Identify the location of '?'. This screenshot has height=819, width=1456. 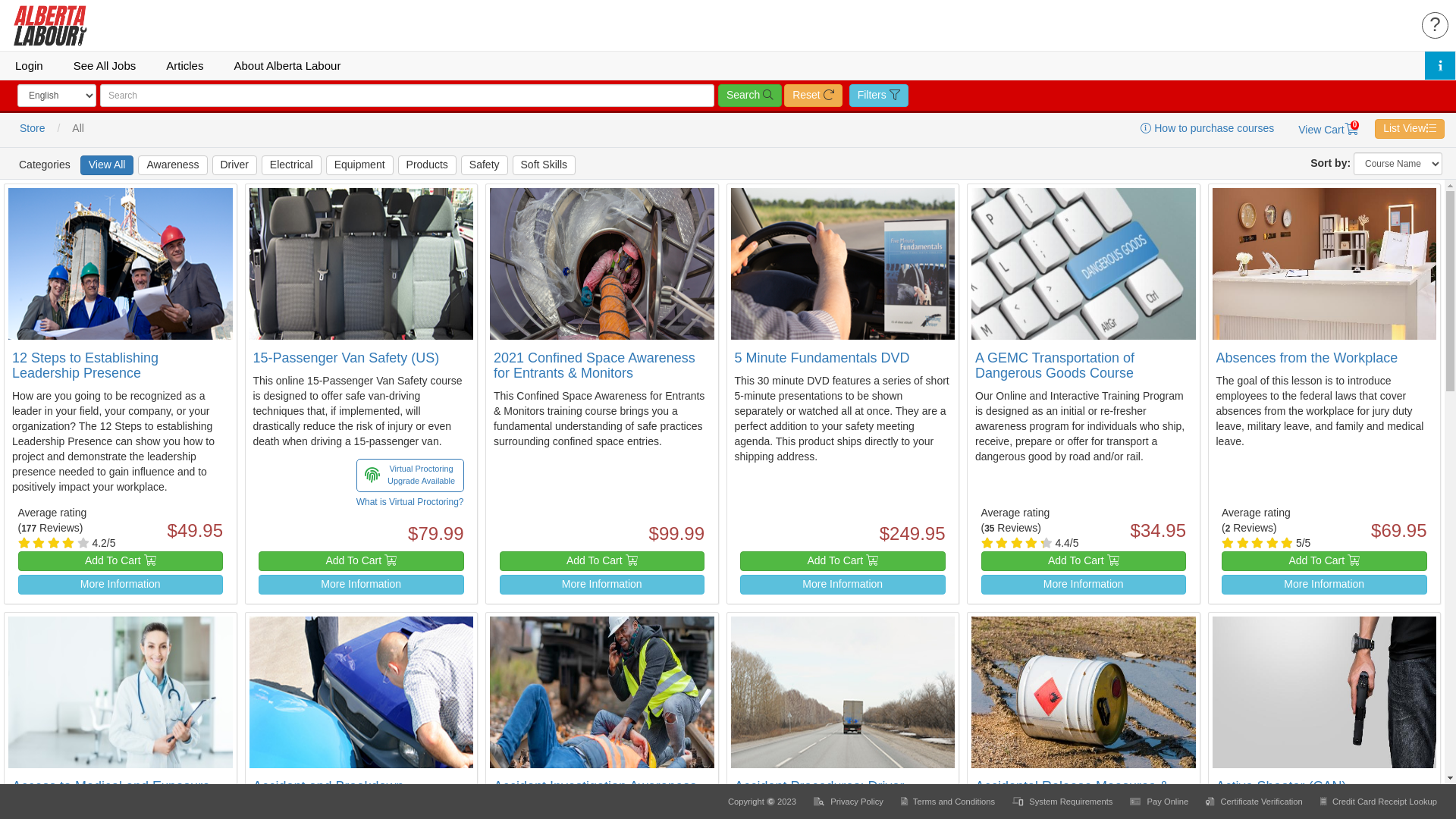
(1434, 25).